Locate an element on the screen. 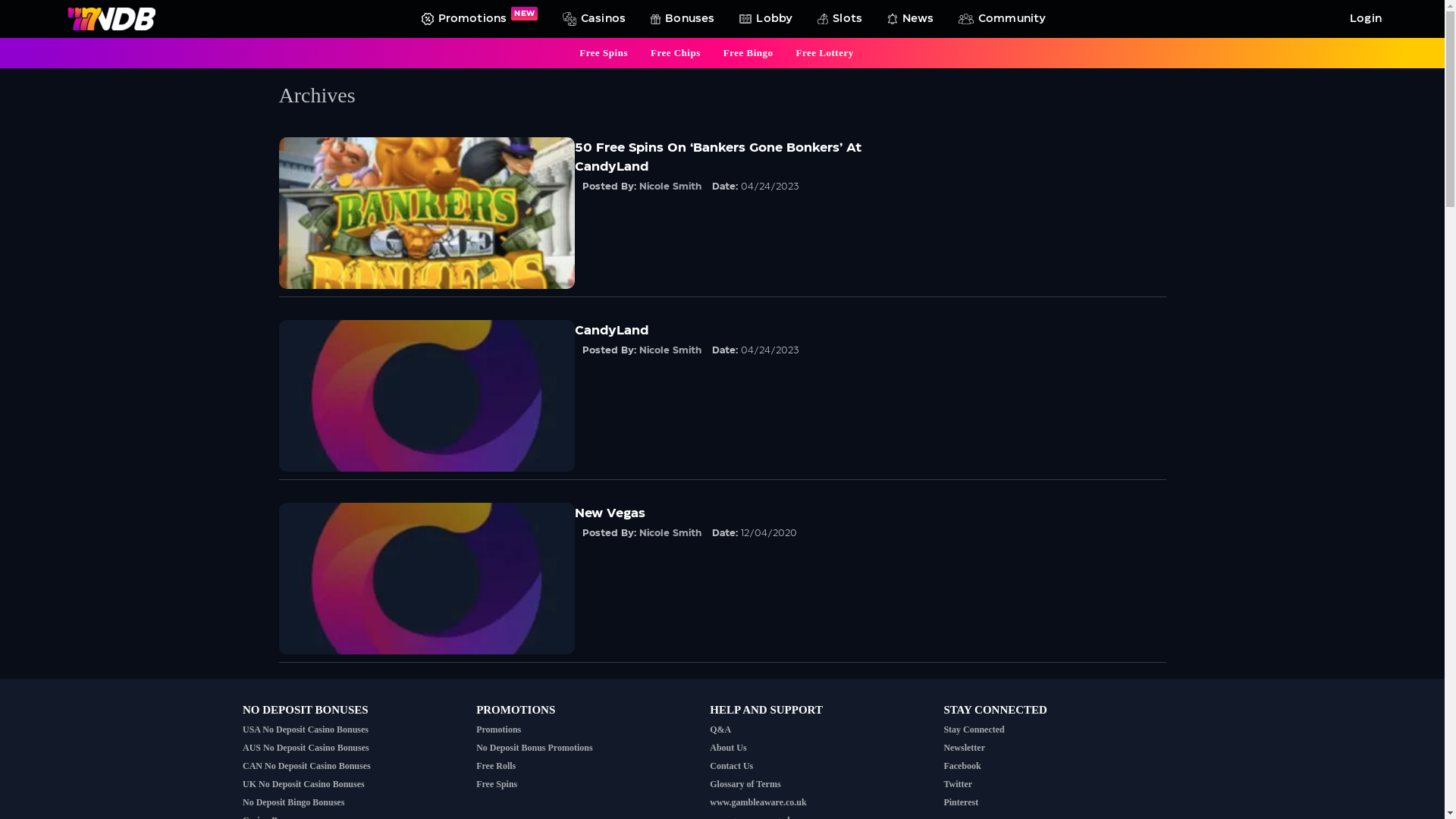 The image size is (1456, 819). 'Nicole Smith' is located at coordinates (669, 186).